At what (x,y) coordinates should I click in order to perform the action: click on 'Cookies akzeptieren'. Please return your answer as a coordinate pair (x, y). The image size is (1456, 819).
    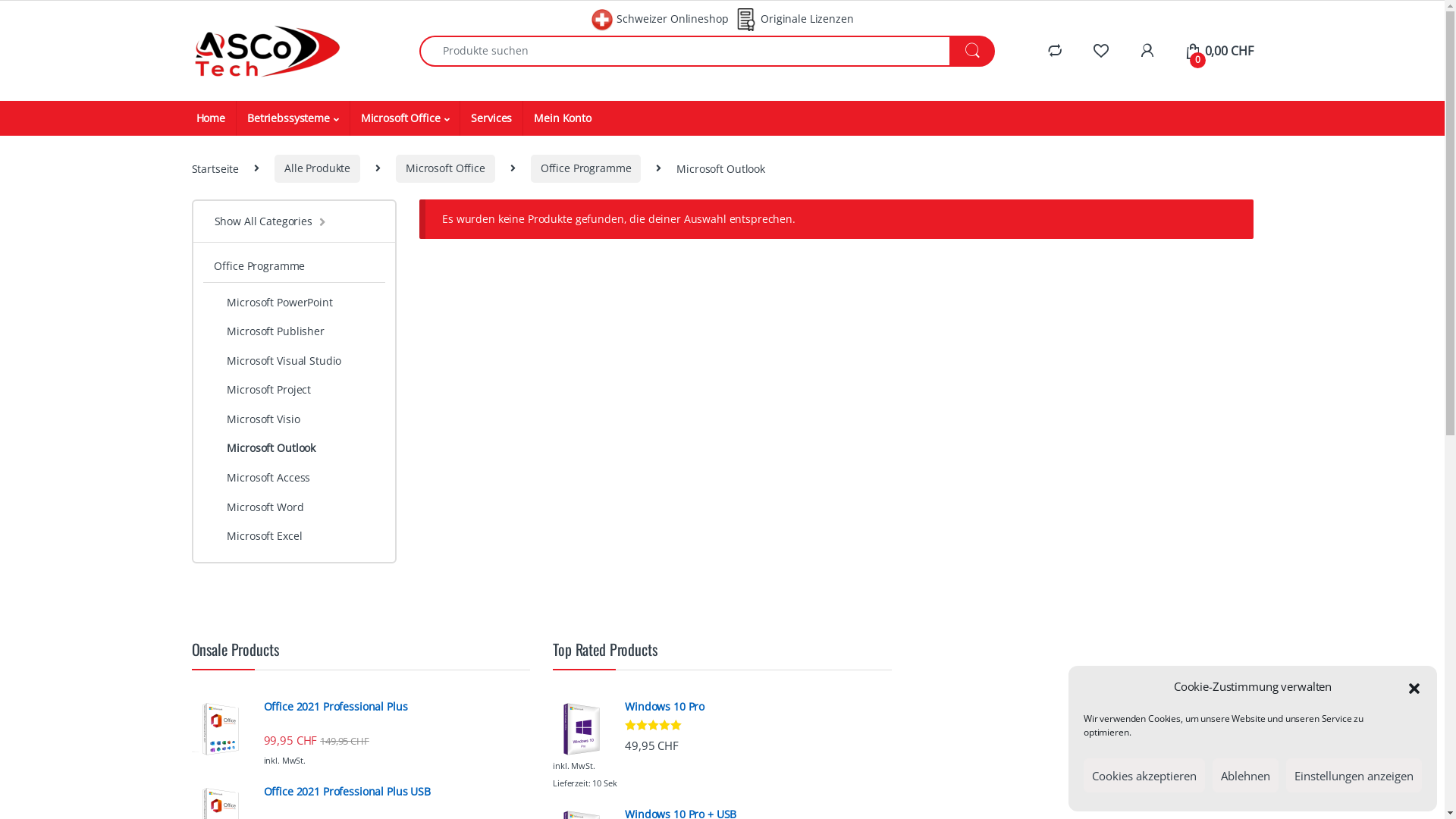
    Looking at the image, I should click on (1144, 775).